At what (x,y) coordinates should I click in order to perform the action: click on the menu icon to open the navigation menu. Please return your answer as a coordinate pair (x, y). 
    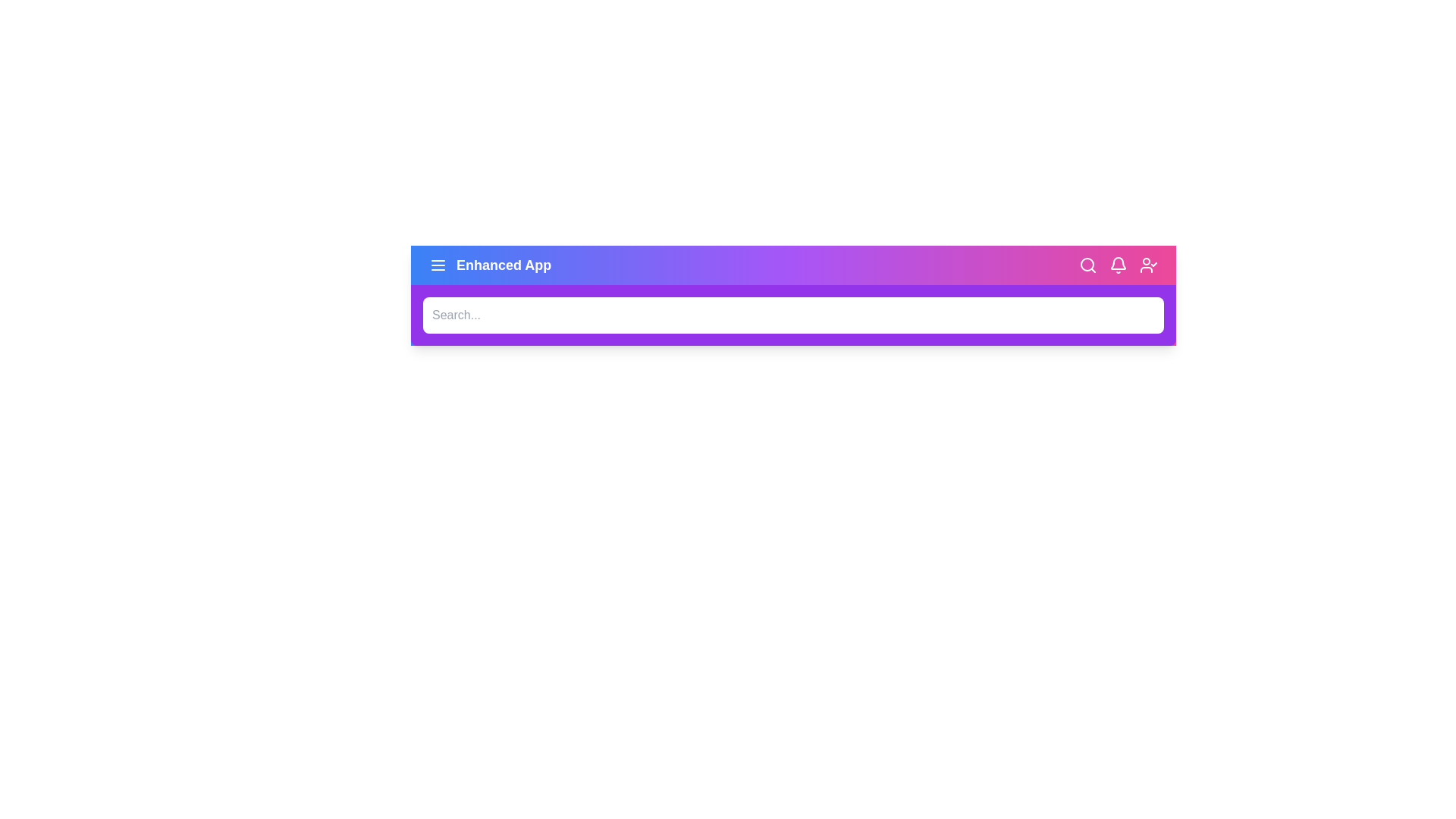
    Looking at the image, I should click on (437, 265).